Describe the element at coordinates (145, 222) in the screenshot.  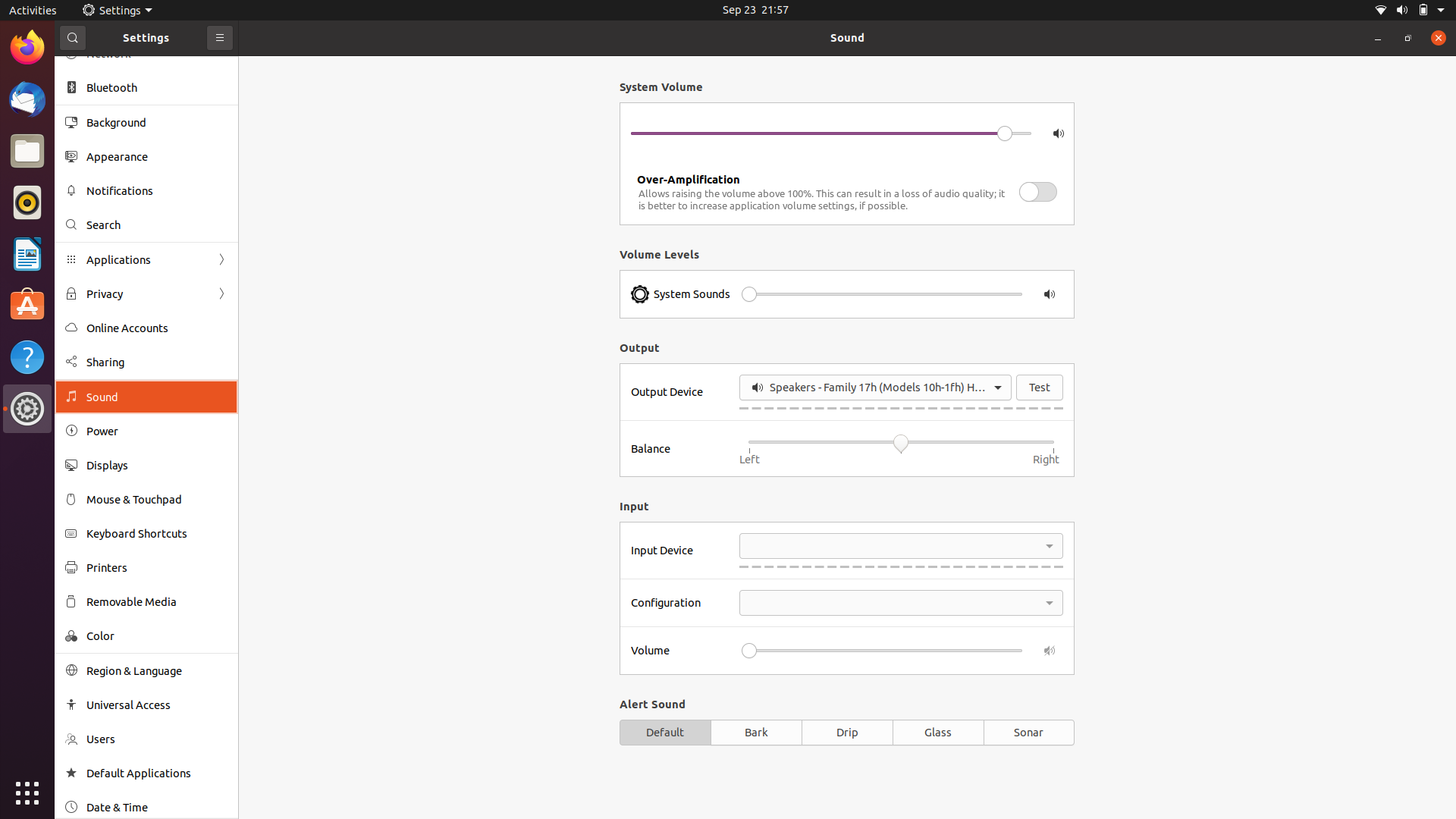
I see `the settings of online accounts via search` at that location.